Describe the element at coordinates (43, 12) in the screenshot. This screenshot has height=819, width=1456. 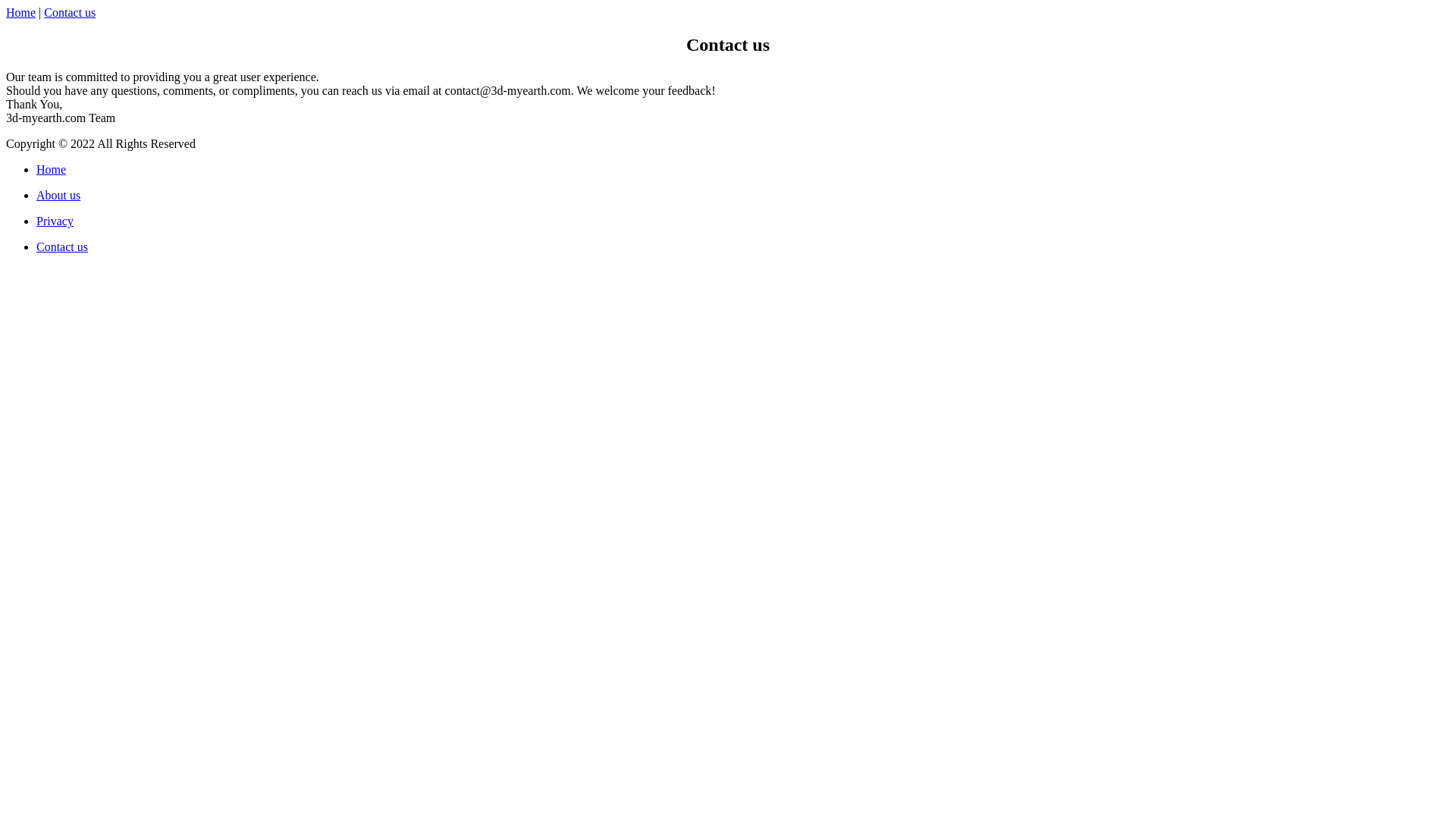
I see `'Contact us'` at that location.